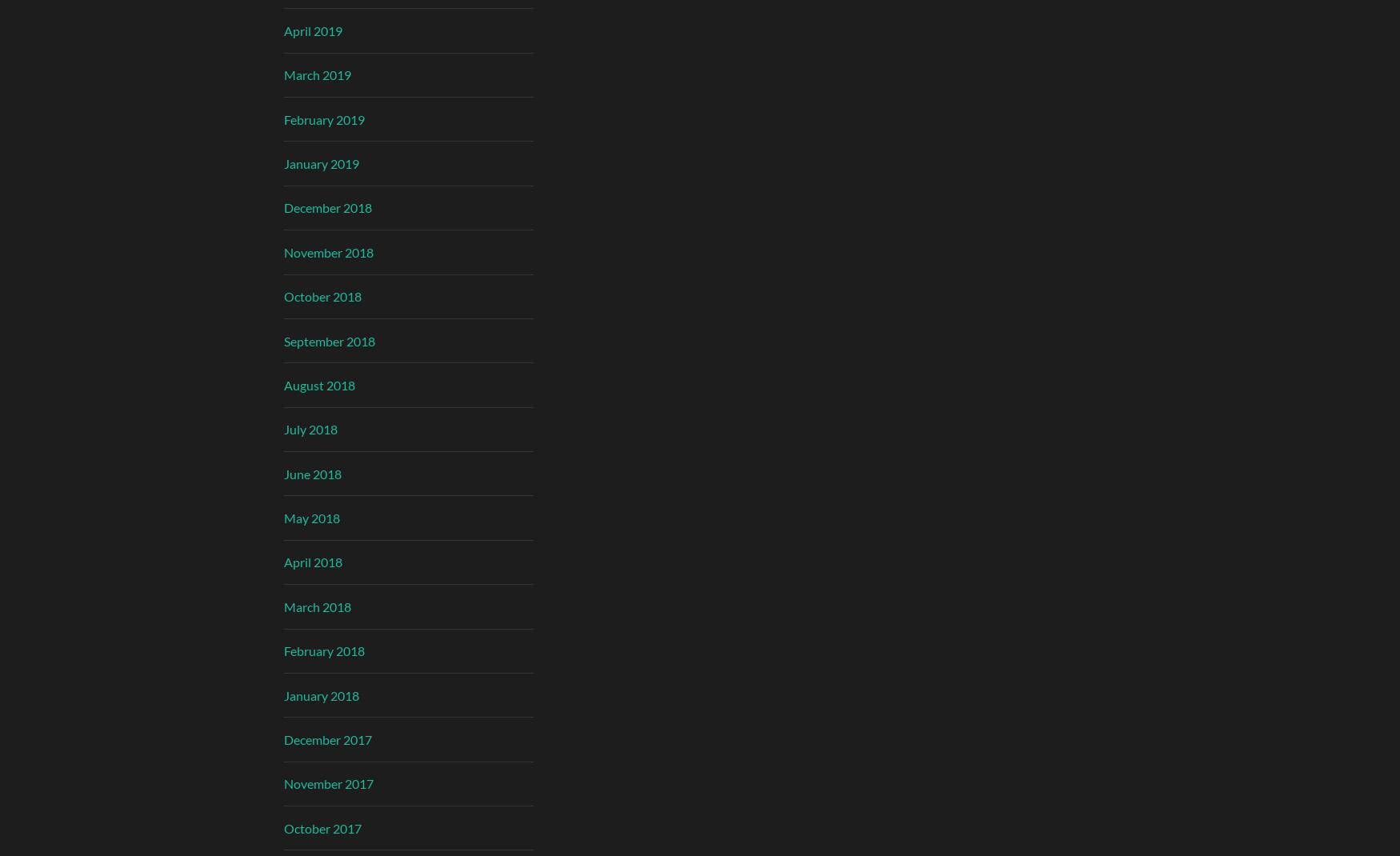  Describe the element at coordinates (312, 29) in the screenshot. I see `'April 2019'` at that location.